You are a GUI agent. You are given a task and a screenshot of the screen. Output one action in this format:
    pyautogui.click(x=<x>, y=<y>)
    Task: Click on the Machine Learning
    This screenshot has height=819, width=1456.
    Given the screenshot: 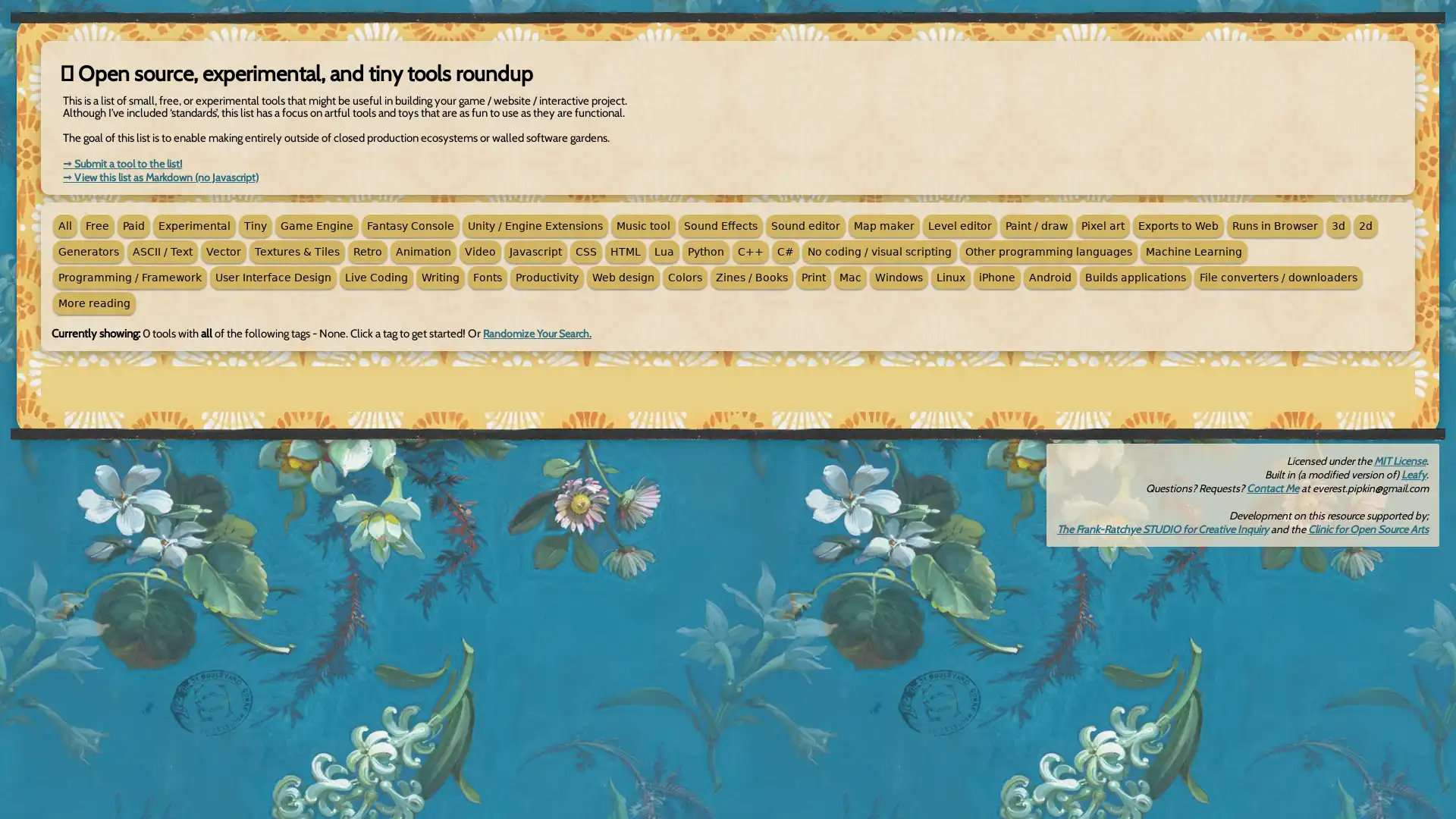 What is the action you would take?
    pyautogui.click(x=1193, y=250)
    